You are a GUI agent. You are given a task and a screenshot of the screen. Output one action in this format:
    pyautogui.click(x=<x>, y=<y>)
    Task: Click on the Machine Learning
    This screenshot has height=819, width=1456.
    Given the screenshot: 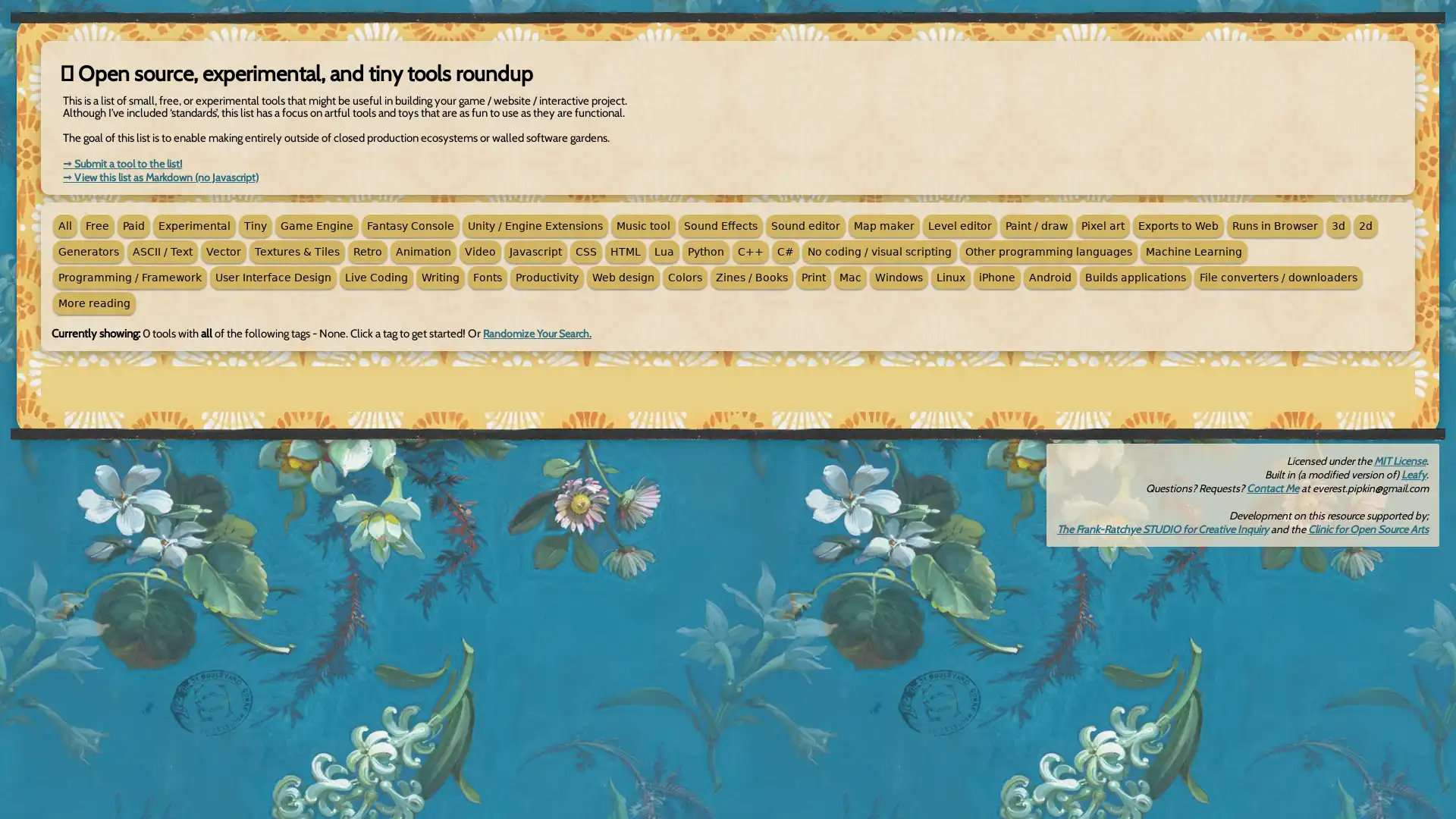 What is the action you would take?
    pyautogui.click(x=1193, y=250)
    